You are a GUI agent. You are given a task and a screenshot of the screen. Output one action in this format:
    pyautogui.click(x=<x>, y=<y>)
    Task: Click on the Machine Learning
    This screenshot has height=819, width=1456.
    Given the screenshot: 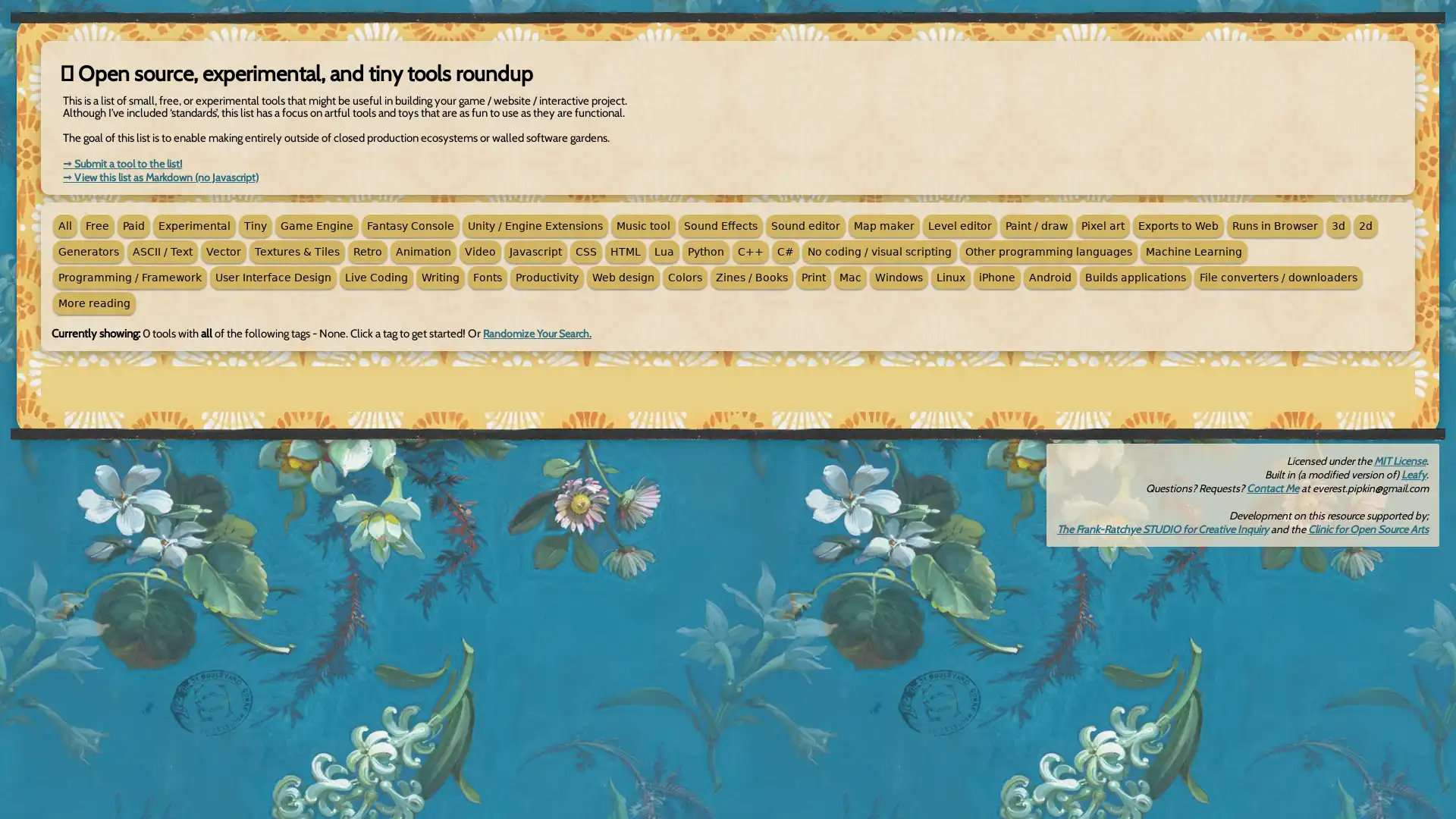 What is the action you would take?
    pyautogui.click(x=1193, y=250)
    